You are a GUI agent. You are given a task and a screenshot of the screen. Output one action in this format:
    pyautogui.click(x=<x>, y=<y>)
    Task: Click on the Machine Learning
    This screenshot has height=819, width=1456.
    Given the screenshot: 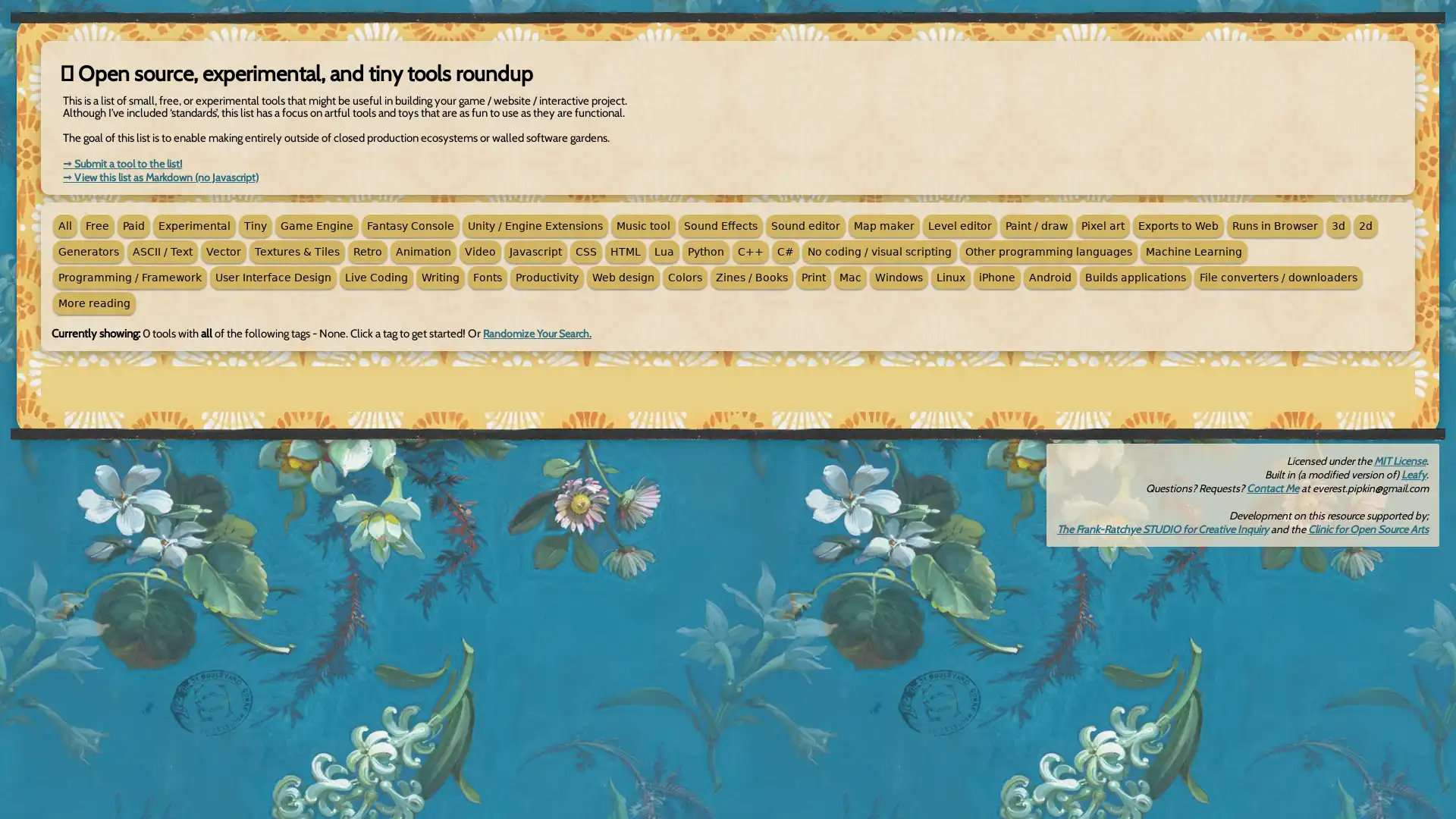 What is the action you would take?
    pyautogui.click(x=1193, y=250)
    